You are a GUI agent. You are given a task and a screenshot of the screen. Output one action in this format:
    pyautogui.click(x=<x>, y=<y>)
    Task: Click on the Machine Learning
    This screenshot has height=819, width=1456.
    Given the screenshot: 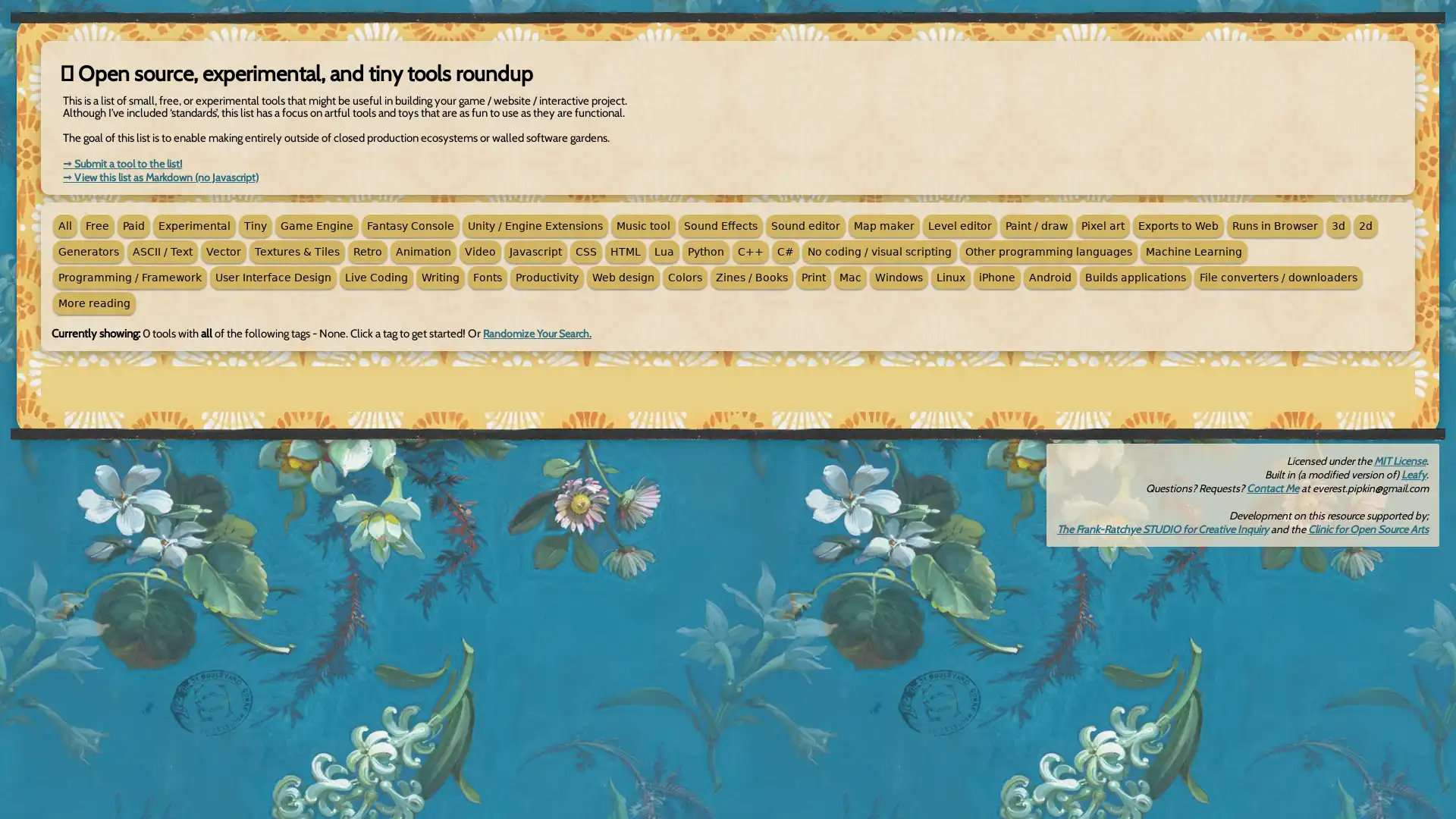 What is the action you would take?
    pyautogui.click(x=1193, y=250)
    